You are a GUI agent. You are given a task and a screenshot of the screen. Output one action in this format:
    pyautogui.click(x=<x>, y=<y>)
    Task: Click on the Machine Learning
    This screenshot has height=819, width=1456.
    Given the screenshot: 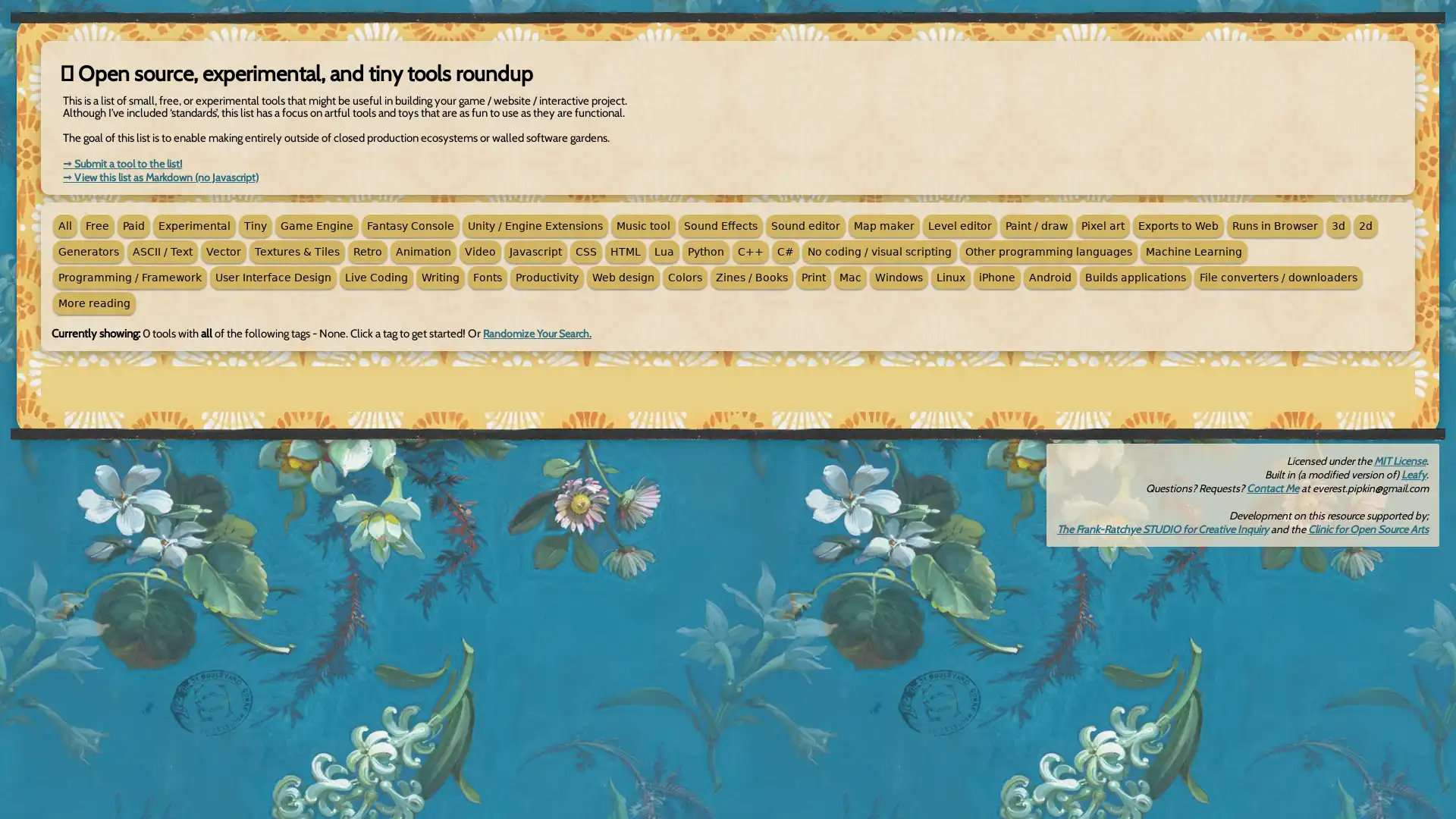 What is the action you would take?
    pyautogui.click(x=1193, y=250)
    